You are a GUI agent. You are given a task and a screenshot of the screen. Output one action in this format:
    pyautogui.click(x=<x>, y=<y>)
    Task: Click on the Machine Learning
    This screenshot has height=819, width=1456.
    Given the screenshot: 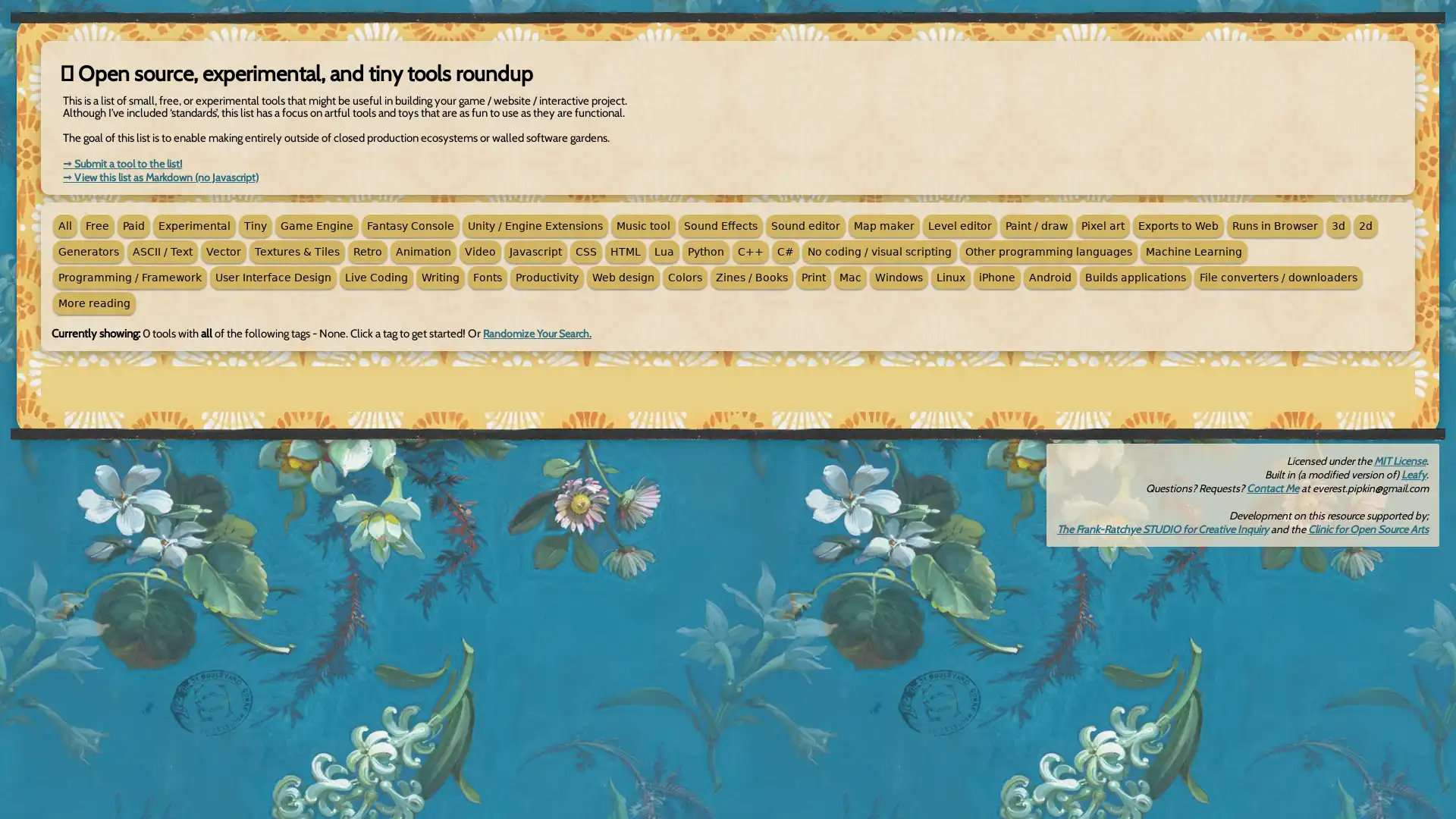 What is the action you would take?
    pyautogui.click(x=1193, y=250)
    